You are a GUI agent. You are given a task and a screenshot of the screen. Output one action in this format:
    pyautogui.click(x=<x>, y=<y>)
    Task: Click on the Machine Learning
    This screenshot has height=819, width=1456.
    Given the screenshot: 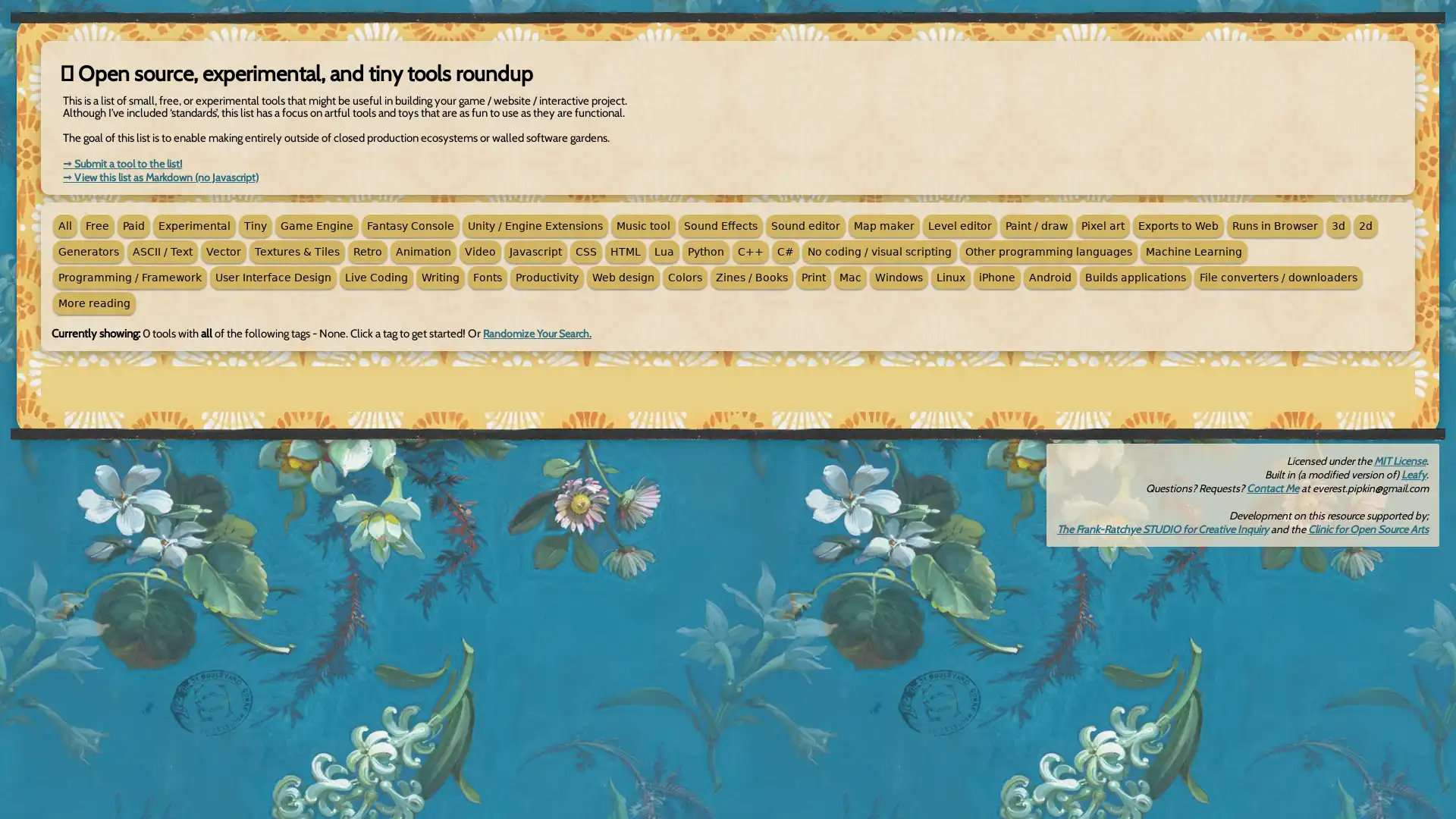 What is the action you would take?
    pyautogui.click(x=1193, y=250)
    